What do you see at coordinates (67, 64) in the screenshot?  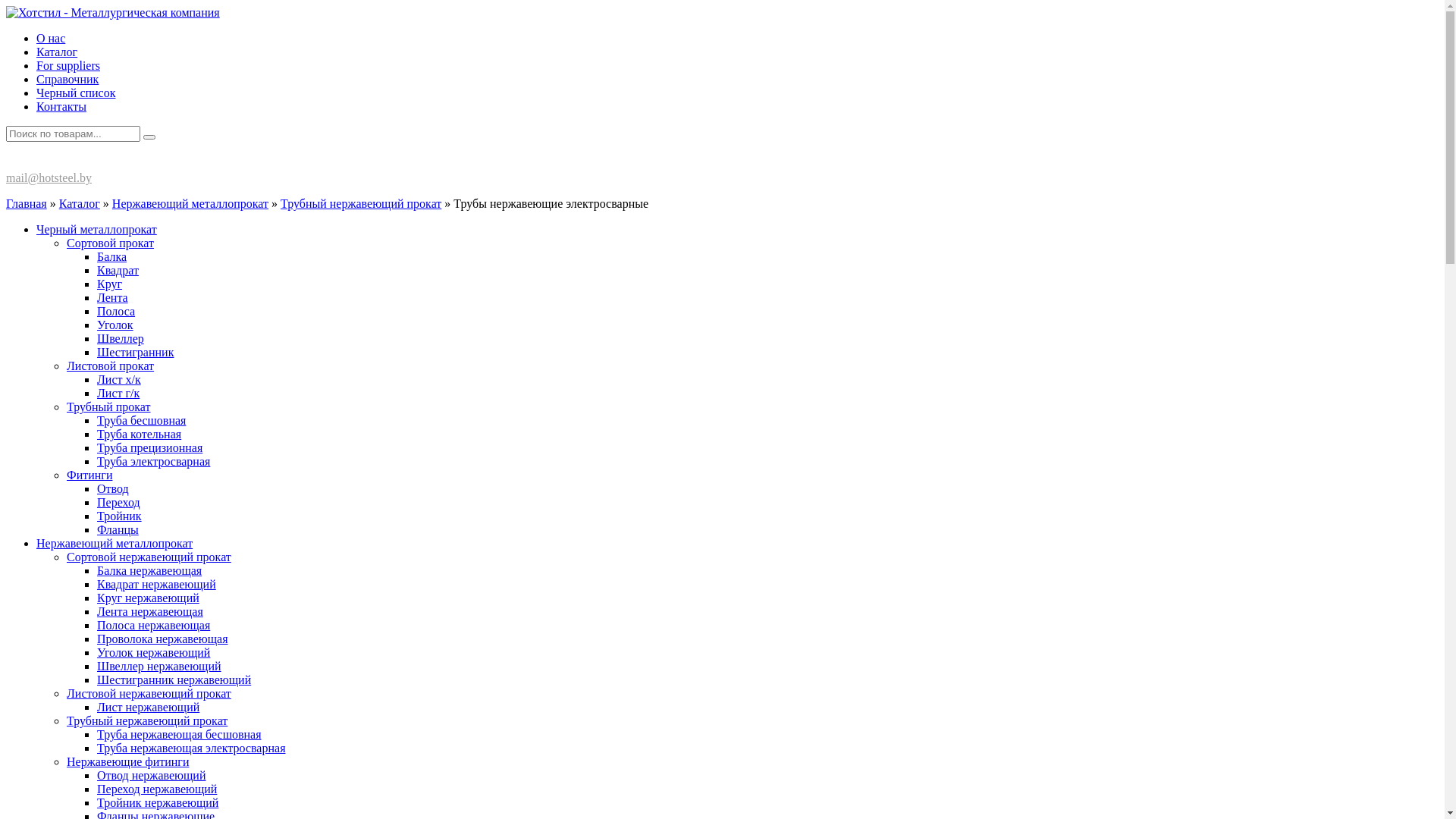 I see `'For suppliers'` at bounding box center [67, 64].